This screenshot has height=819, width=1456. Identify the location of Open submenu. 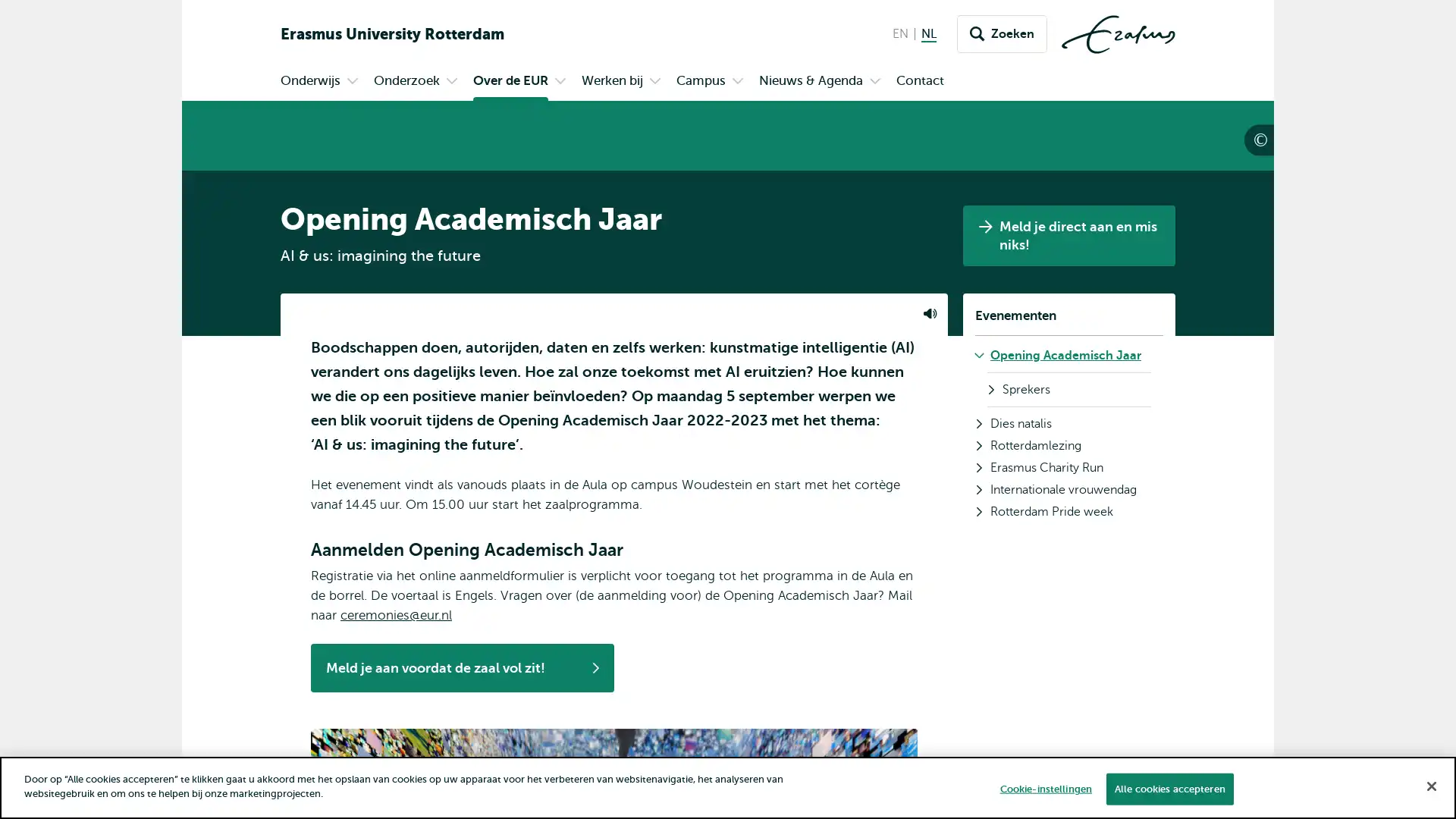
(560, 82).